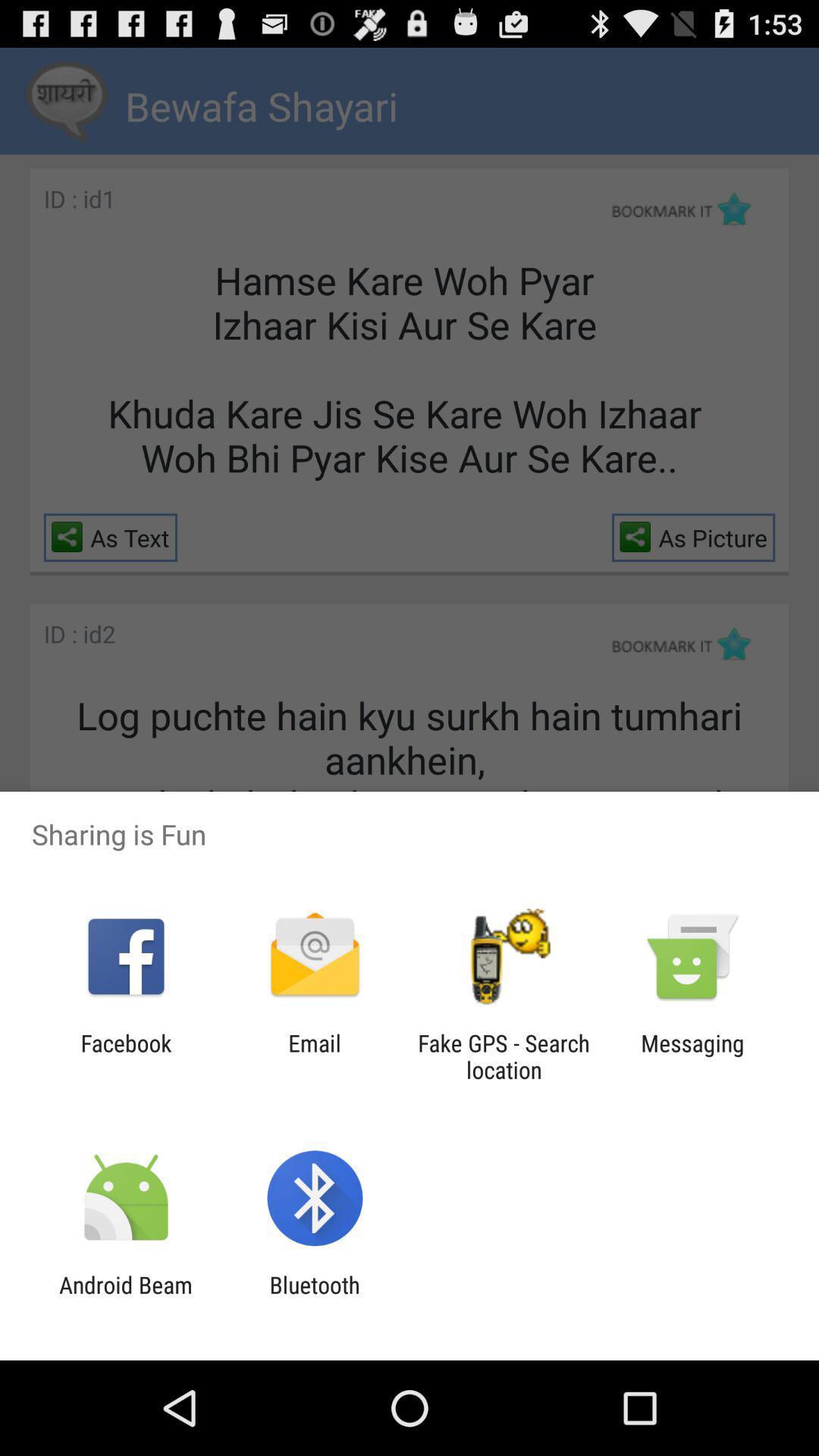  Describe the element at coordinates (125, 1056) in the screenshot. I see `the icon next to email item` at that location.